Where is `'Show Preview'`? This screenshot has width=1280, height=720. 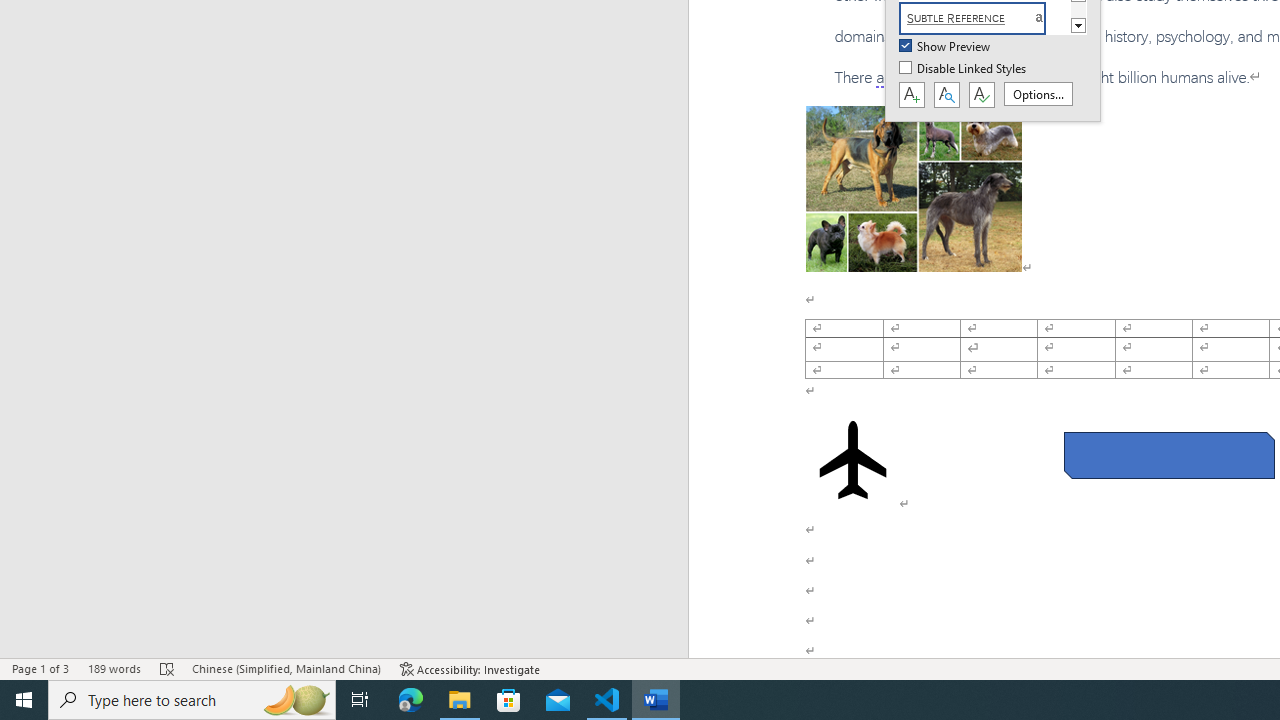
'Show Preview' is located at coordinates (945, 46).